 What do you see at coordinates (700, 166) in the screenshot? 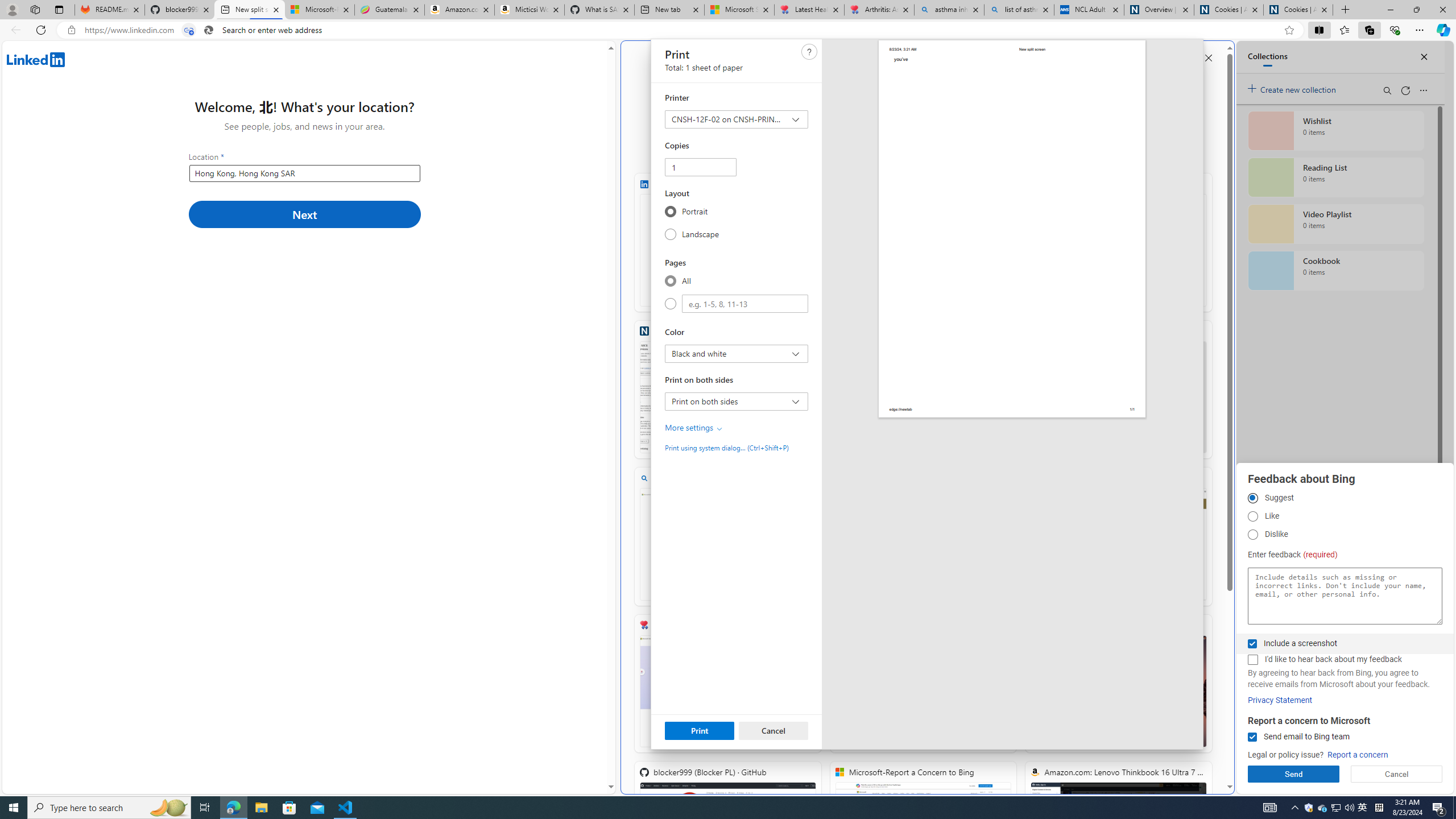
I see `'Copies'` at bounding box center [700, 166].